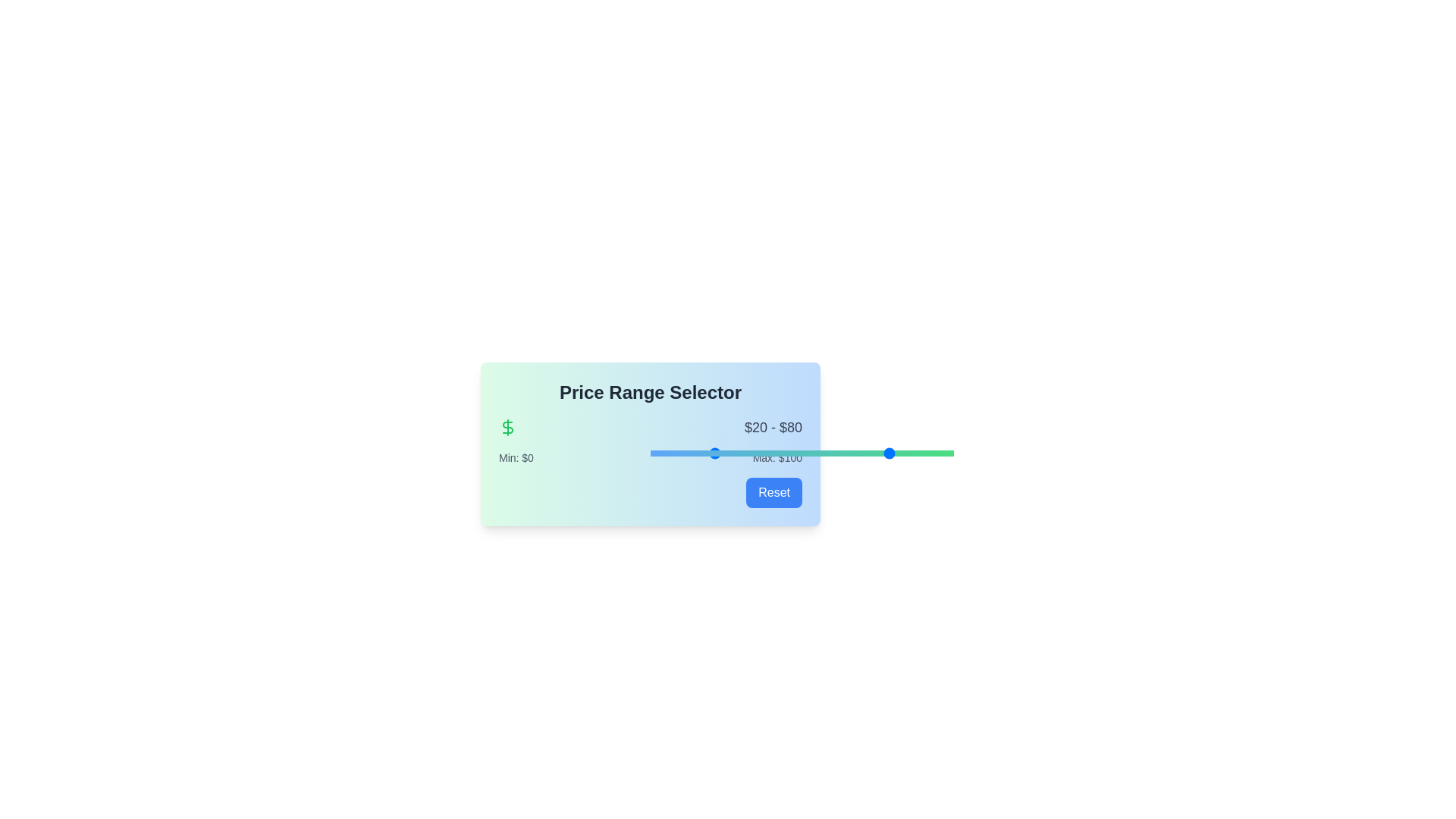 This screenshot has height=819, width=1456. Describe the element at coordinates (774, 493) in the screenshot. I see `the 'Reset' button with a blue background and white text located at the bottom-right corner of the price range selection card to reset the range selection` at that location.